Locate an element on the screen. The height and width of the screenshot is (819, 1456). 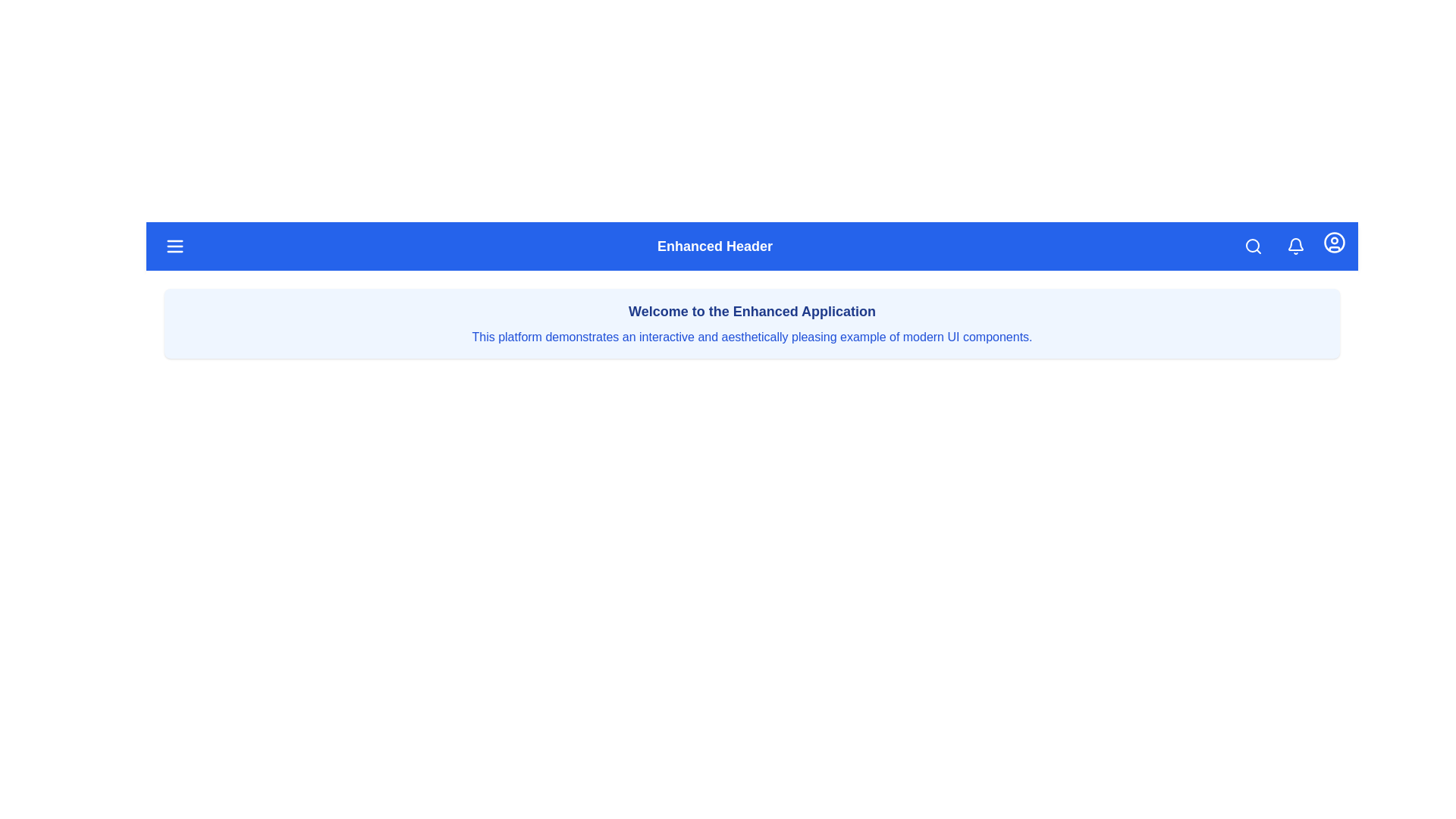
the menu button to open the menu is located at coordinates (174, 245).